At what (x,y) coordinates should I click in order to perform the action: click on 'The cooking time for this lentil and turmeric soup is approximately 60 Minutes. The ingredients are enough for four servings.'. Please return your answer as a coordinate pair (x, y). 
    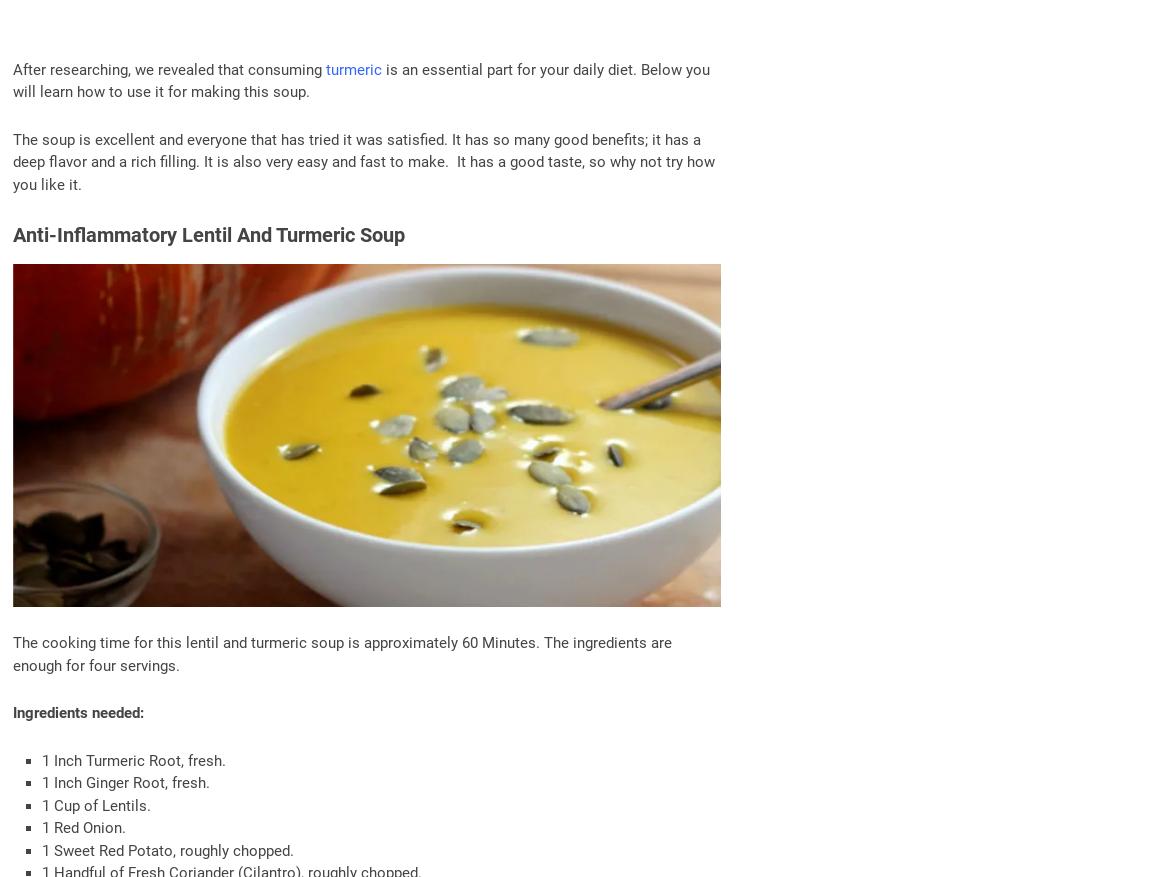
    Looking at the image, I should click on (342, 653).